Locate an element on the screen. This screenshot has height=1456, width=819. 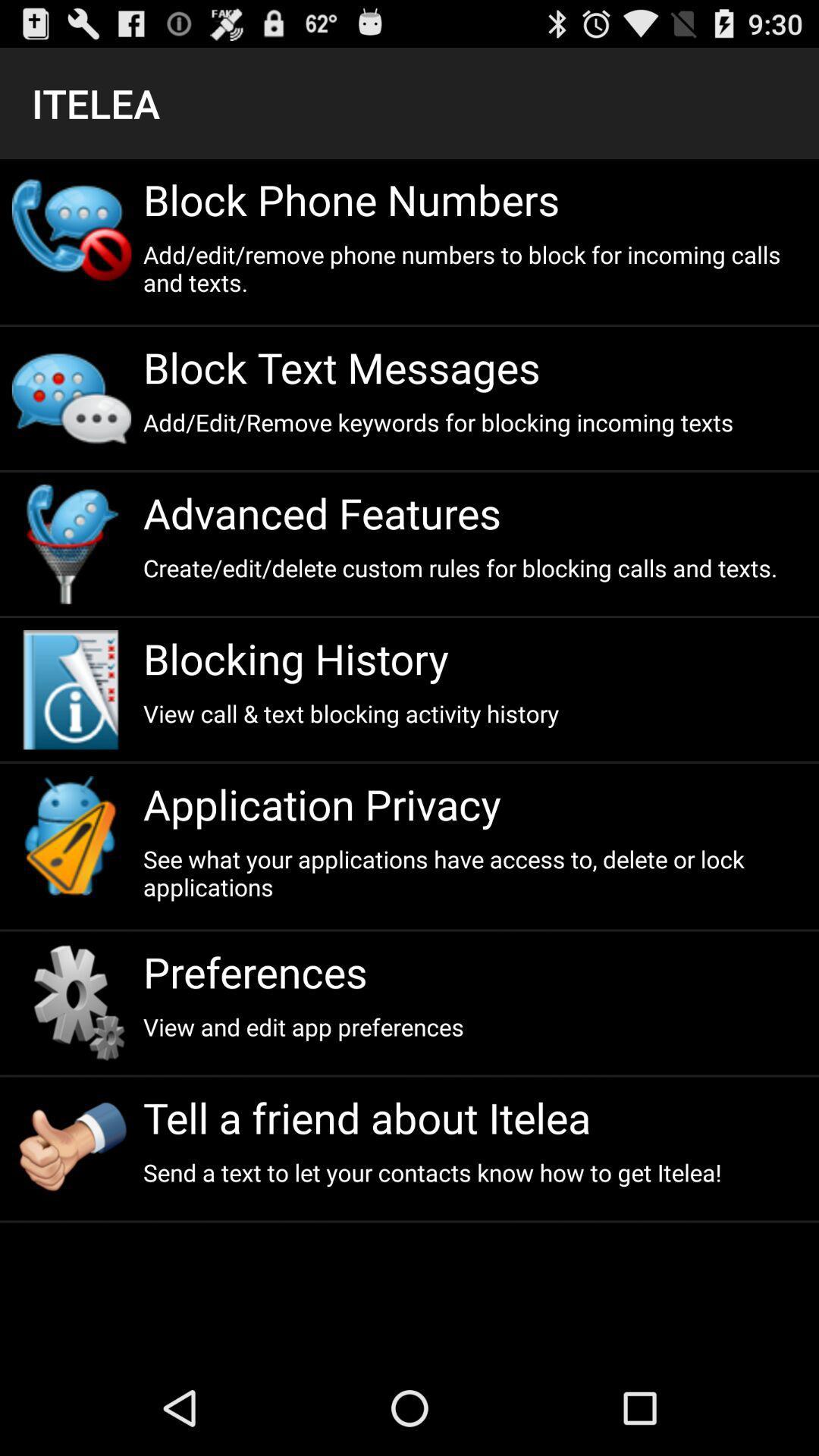
the item below the application privacy is located at coordinates (474, 873).